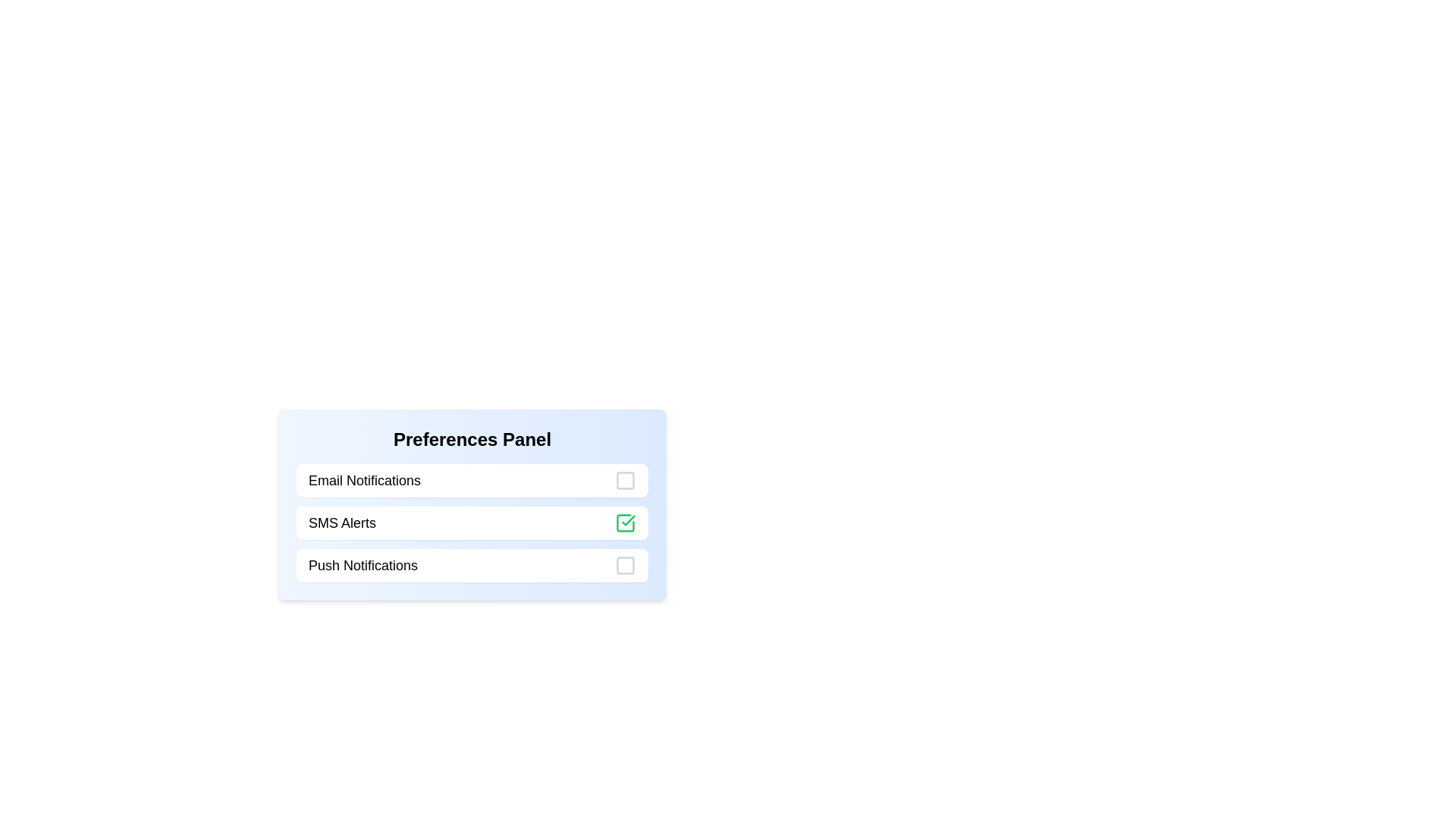  I want to click on the checkbox in the preferences menu, so click(472, 522).